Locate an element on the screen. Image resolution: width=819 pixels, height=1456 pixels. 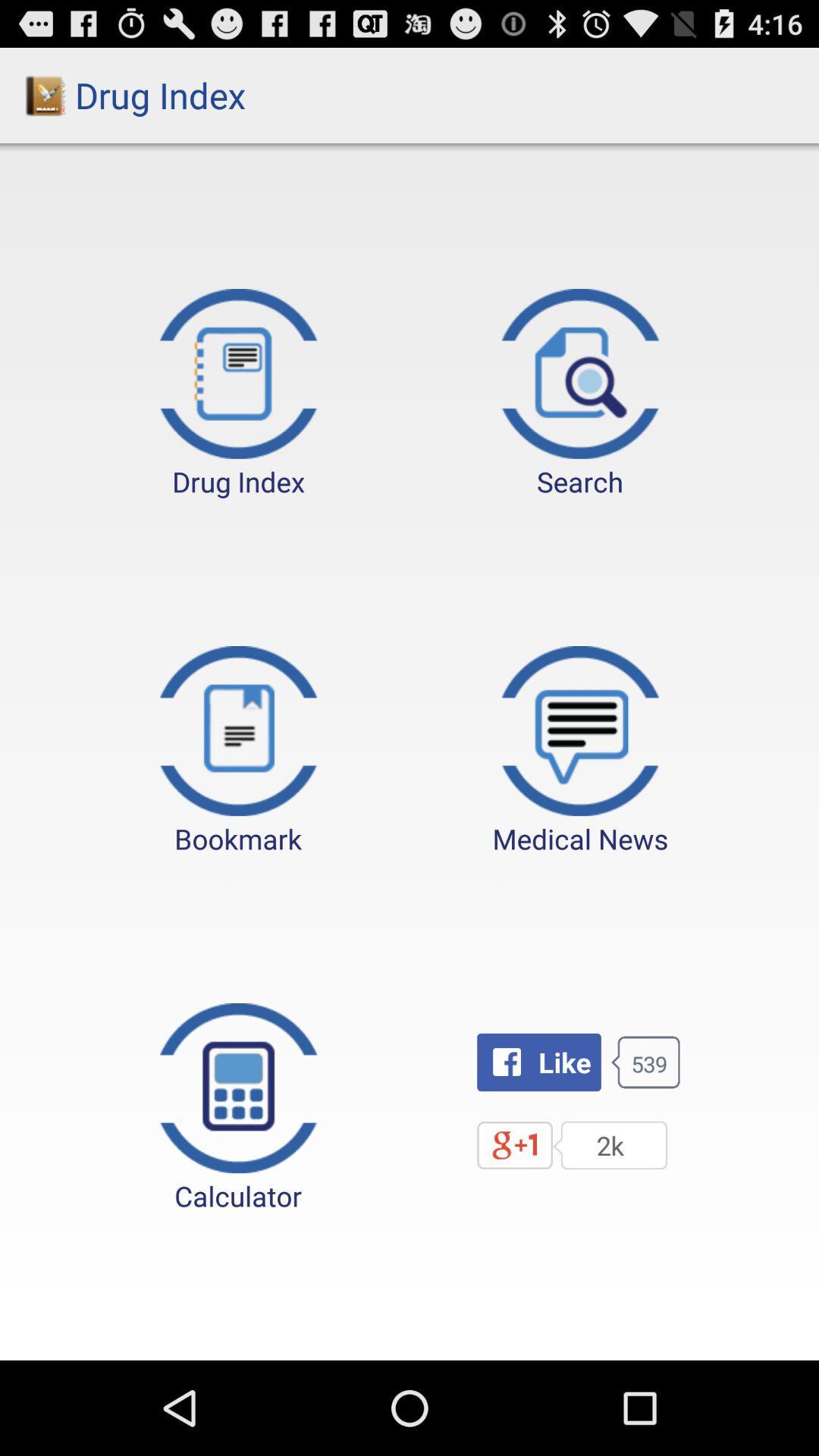
icon below bookmark icon is located at coordinates (238, 1109).